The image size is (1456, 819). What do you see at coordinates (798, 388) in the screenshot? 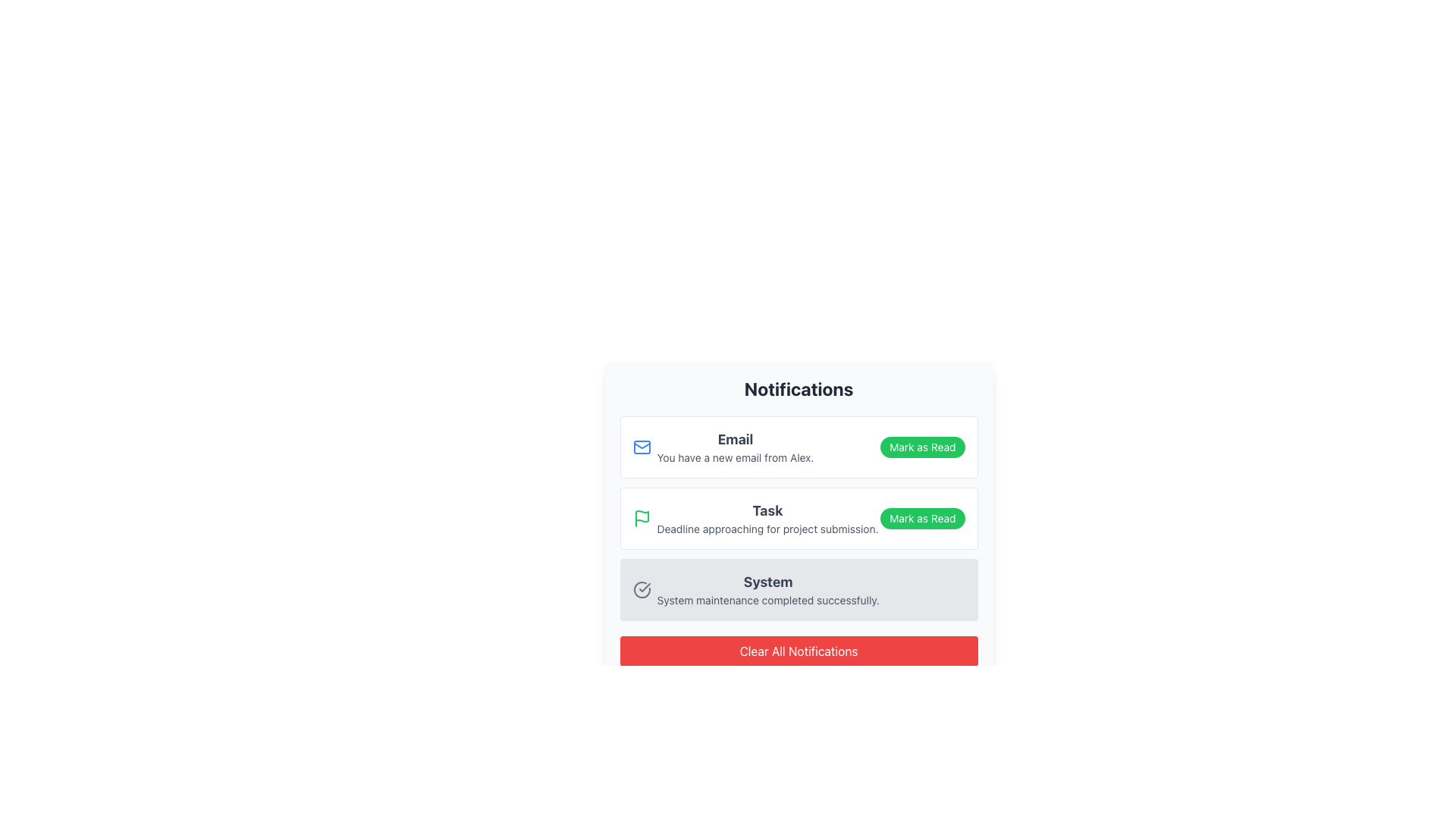
I see `the bold and large-text heading labeled 'Notifications' at the top of the notification panel` at bounding box center [798, 388].